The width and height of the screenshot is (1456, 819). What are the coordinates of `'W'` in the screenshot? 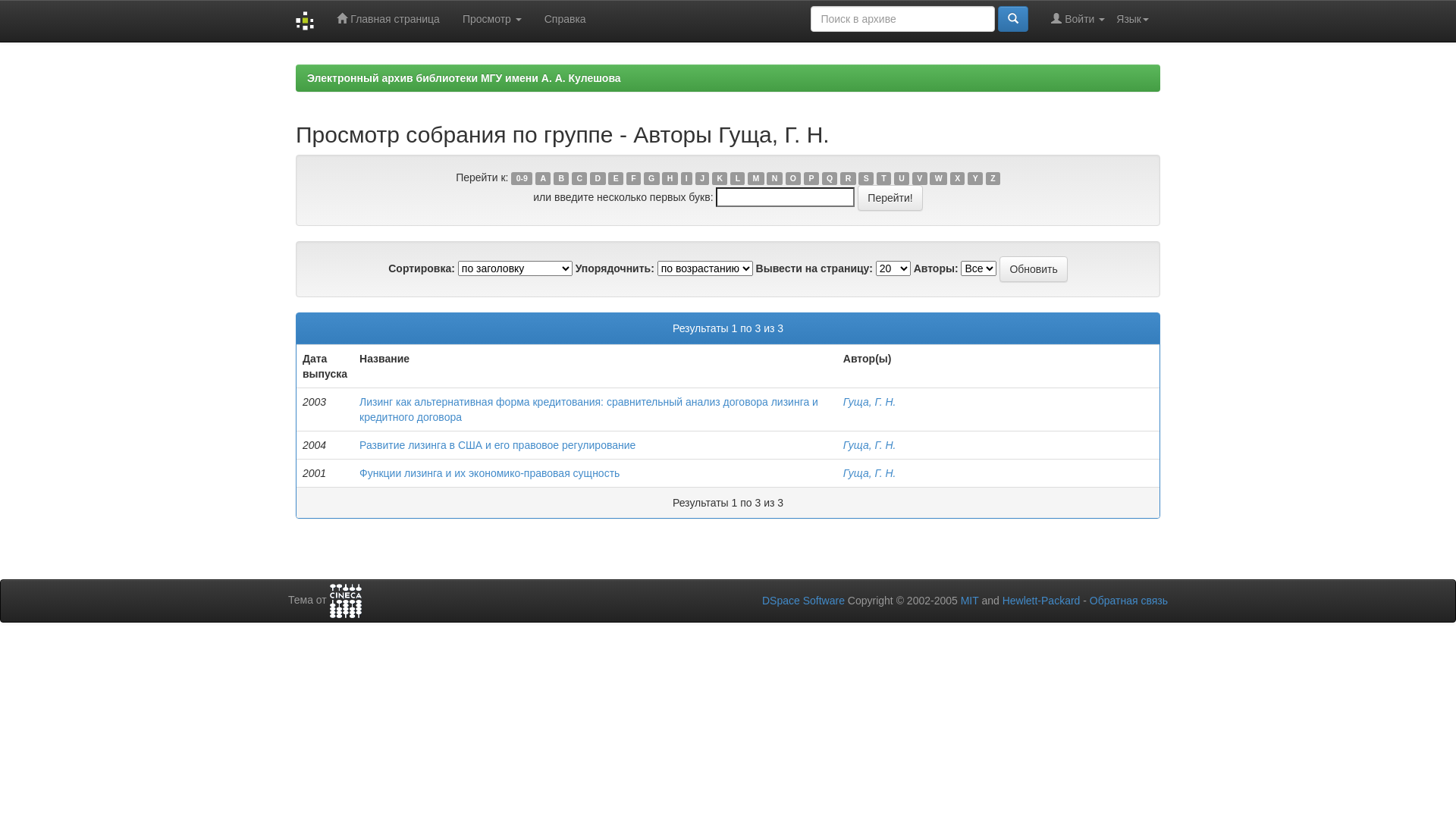 It's located at (928, 177).